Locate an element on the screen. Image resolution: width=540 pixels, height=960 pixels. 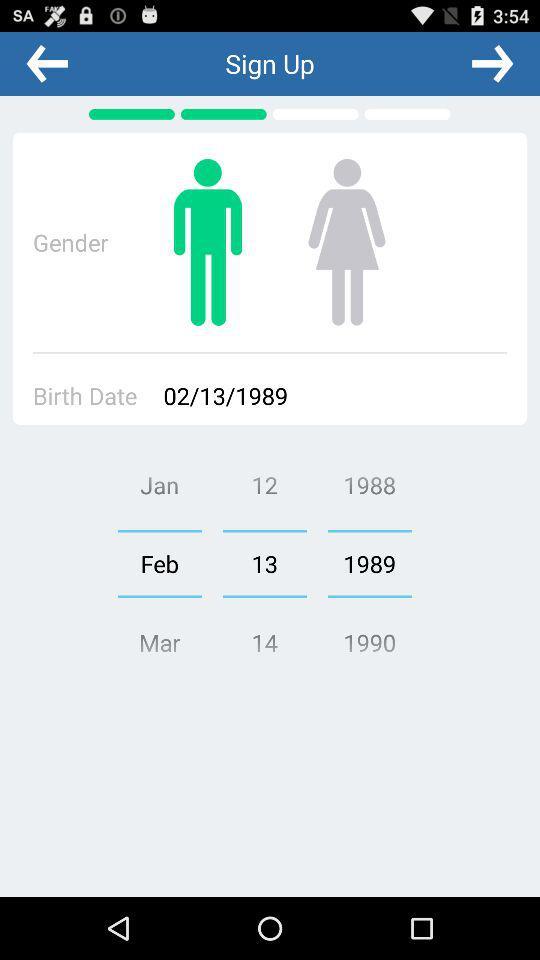
next page is located at coordinates (491, 63).